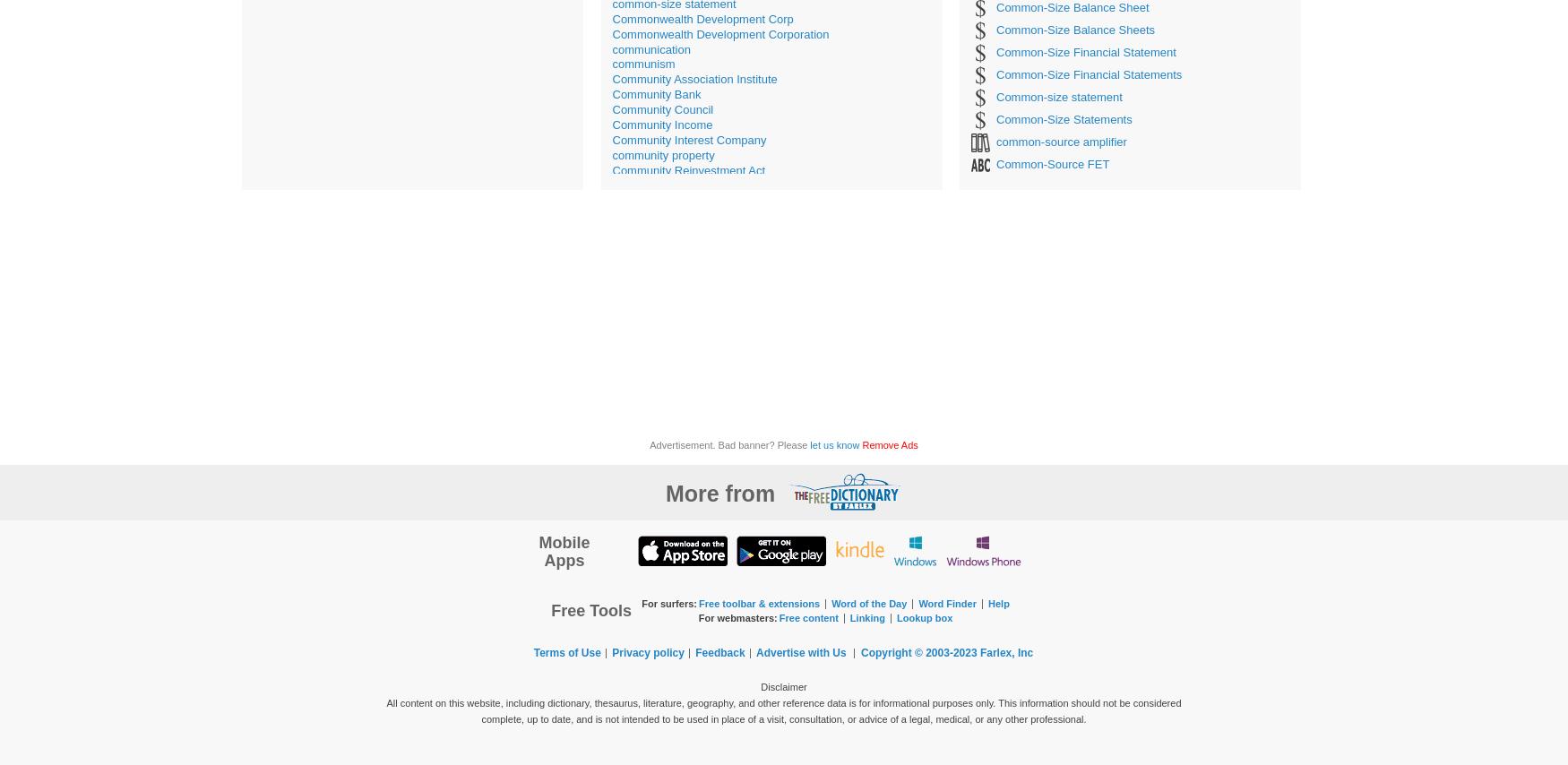 This screenshot has height=765, width=1568. What do you see at coordinates (998, 602) in the screenshot?
I see `'Help'` at bounding box center [998, 602].